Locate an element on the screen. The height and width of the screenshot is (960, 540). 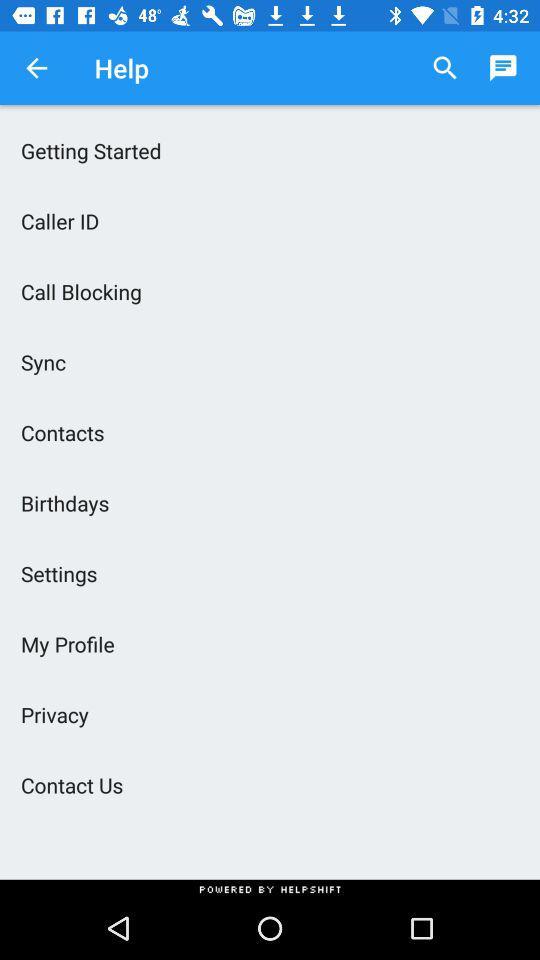
the my profile icon is located at coordinates (270, 643).